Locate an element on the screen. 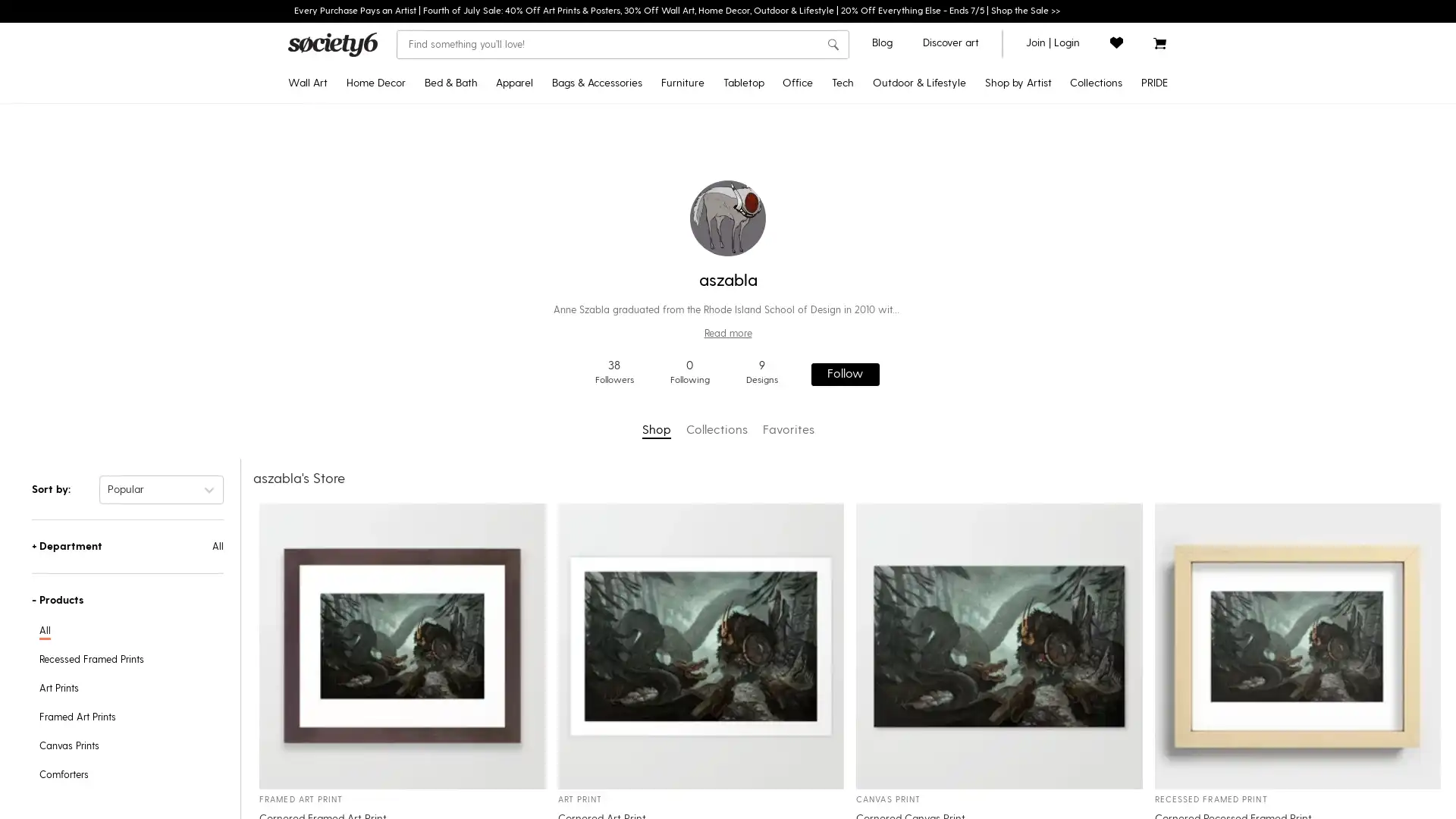 This screenshot has height=819, width=1456. Cutting Boards is located at coordinates (771, 315).